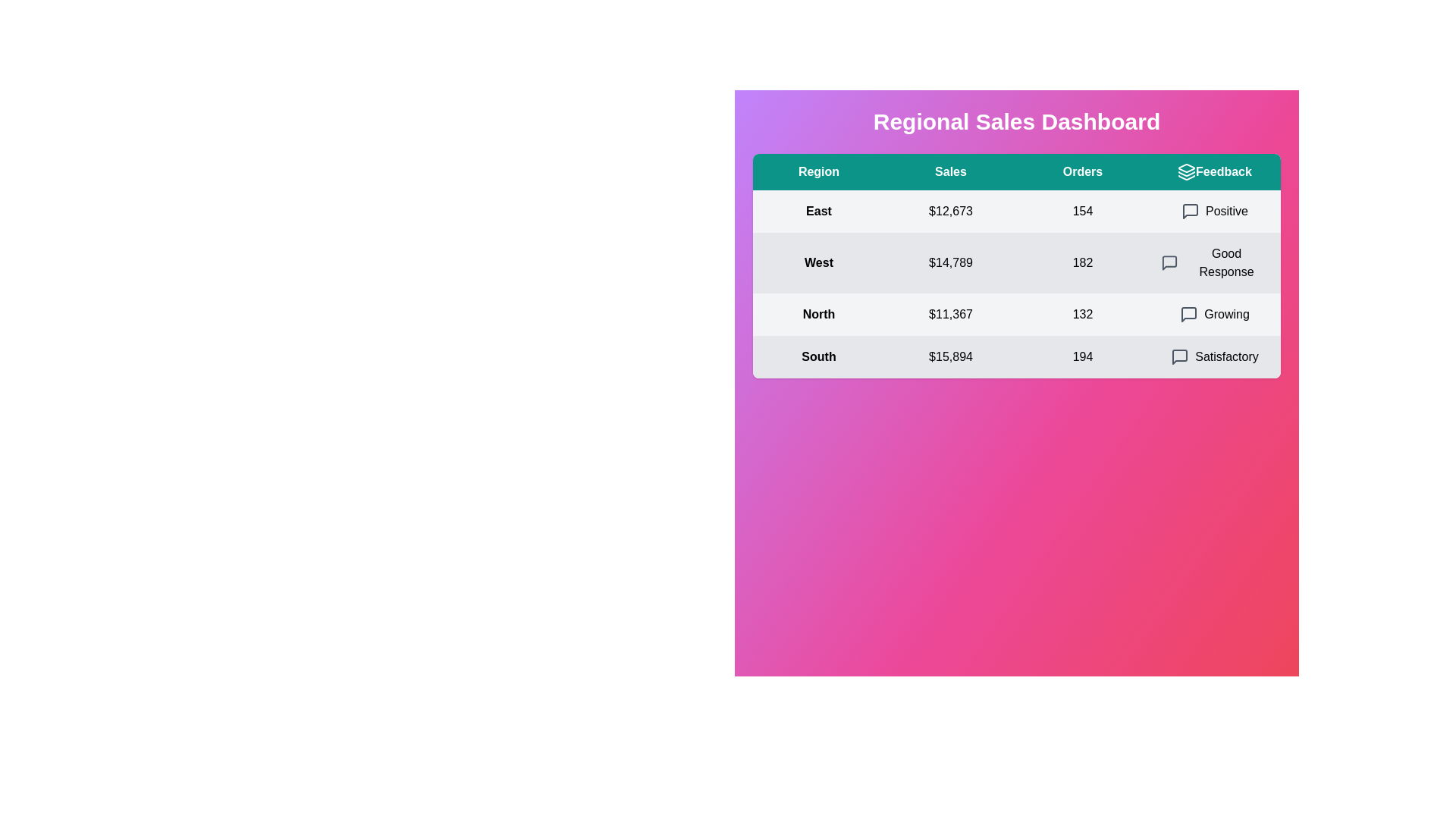  What do you see at coordinates (1179, 356) in the screenshot?
I see `the feedback icon for the South region` at bounding box center [1179, 356].